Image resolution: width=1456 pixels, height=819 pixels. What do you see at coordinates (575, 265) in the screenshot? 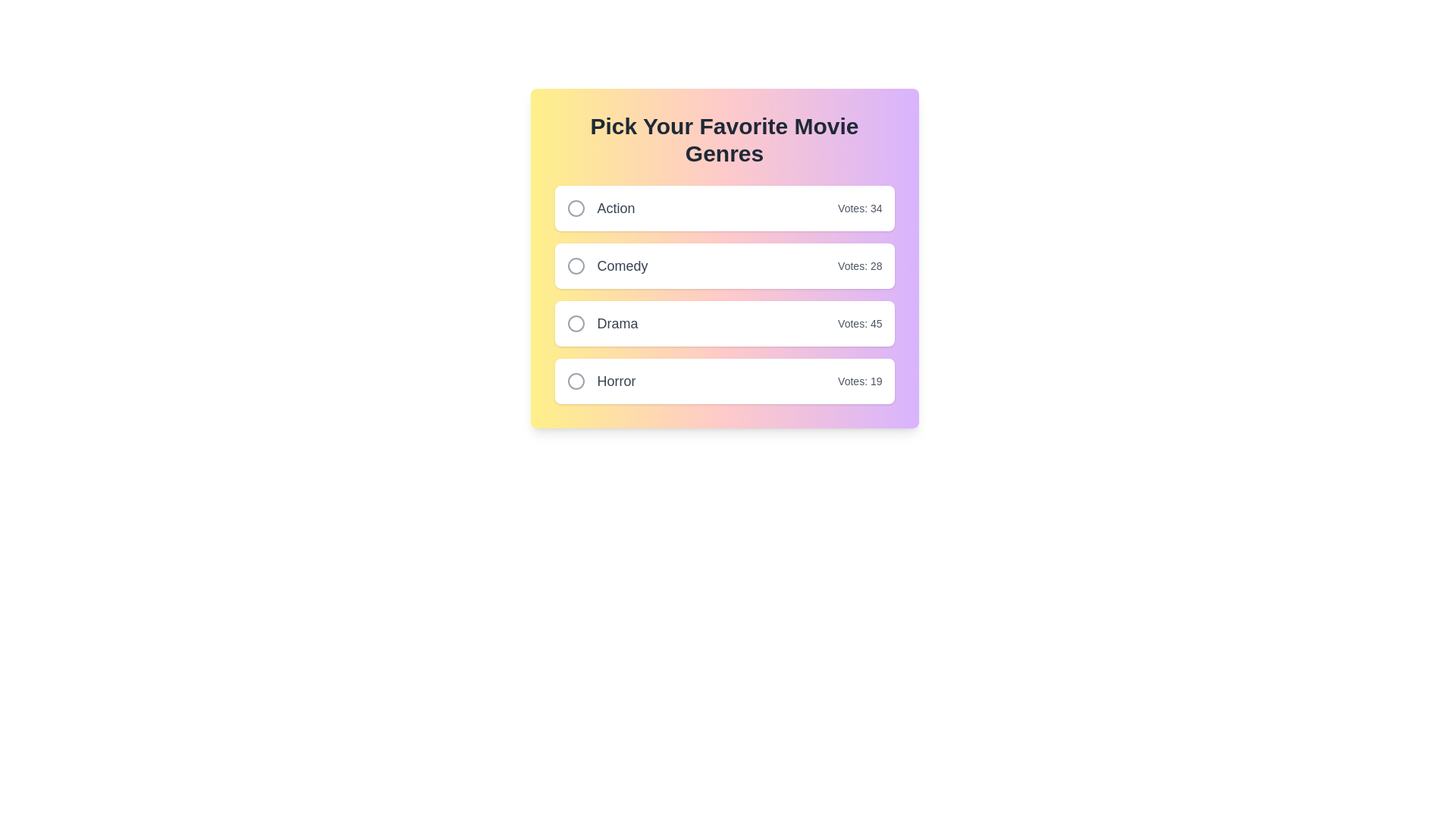
I see `the genre Comedy` at bounding box center [575, 265].